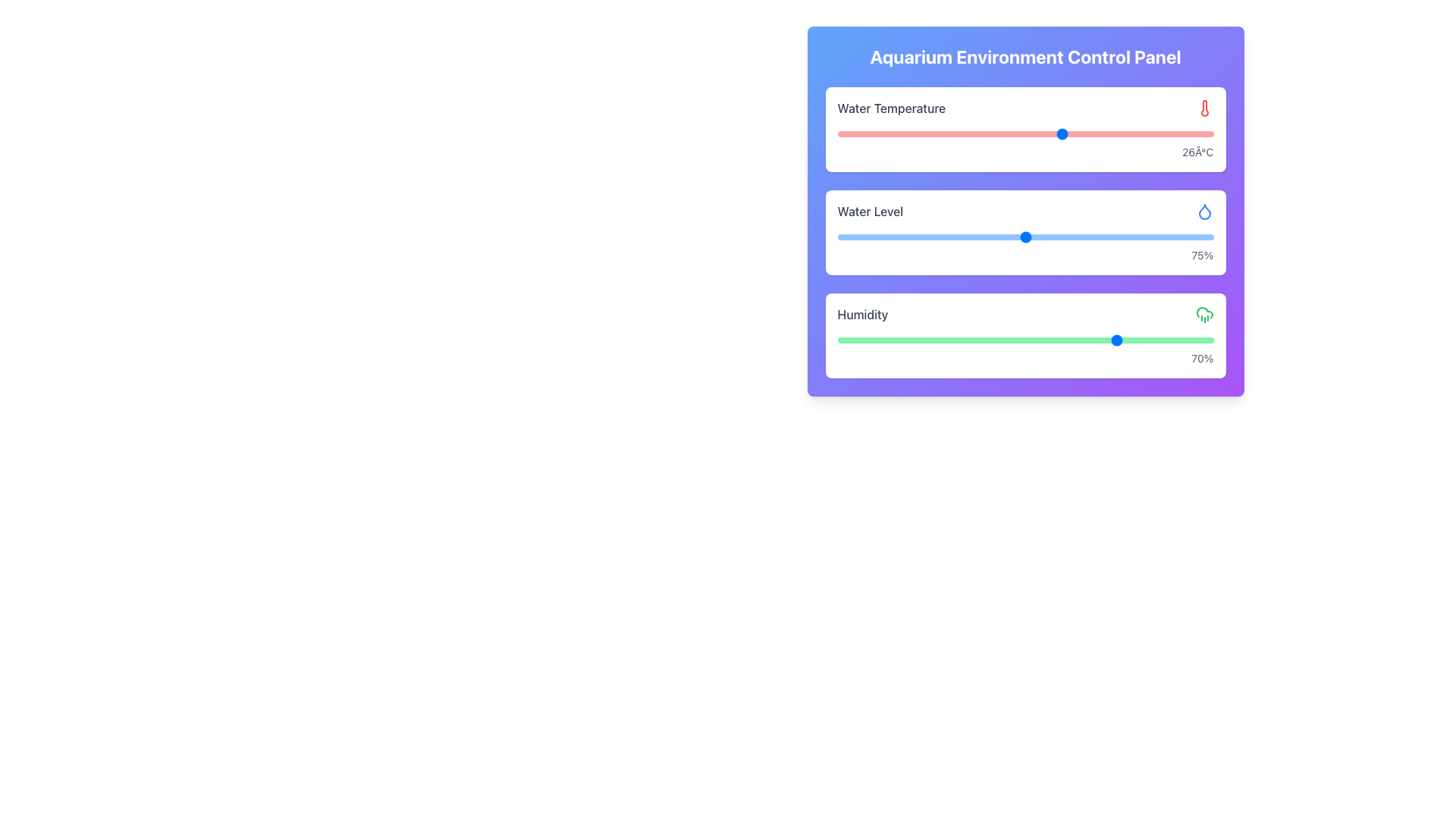 The height and width of the screenshot is (819, 1456). I want to click on the water level, so click(1010, 237).